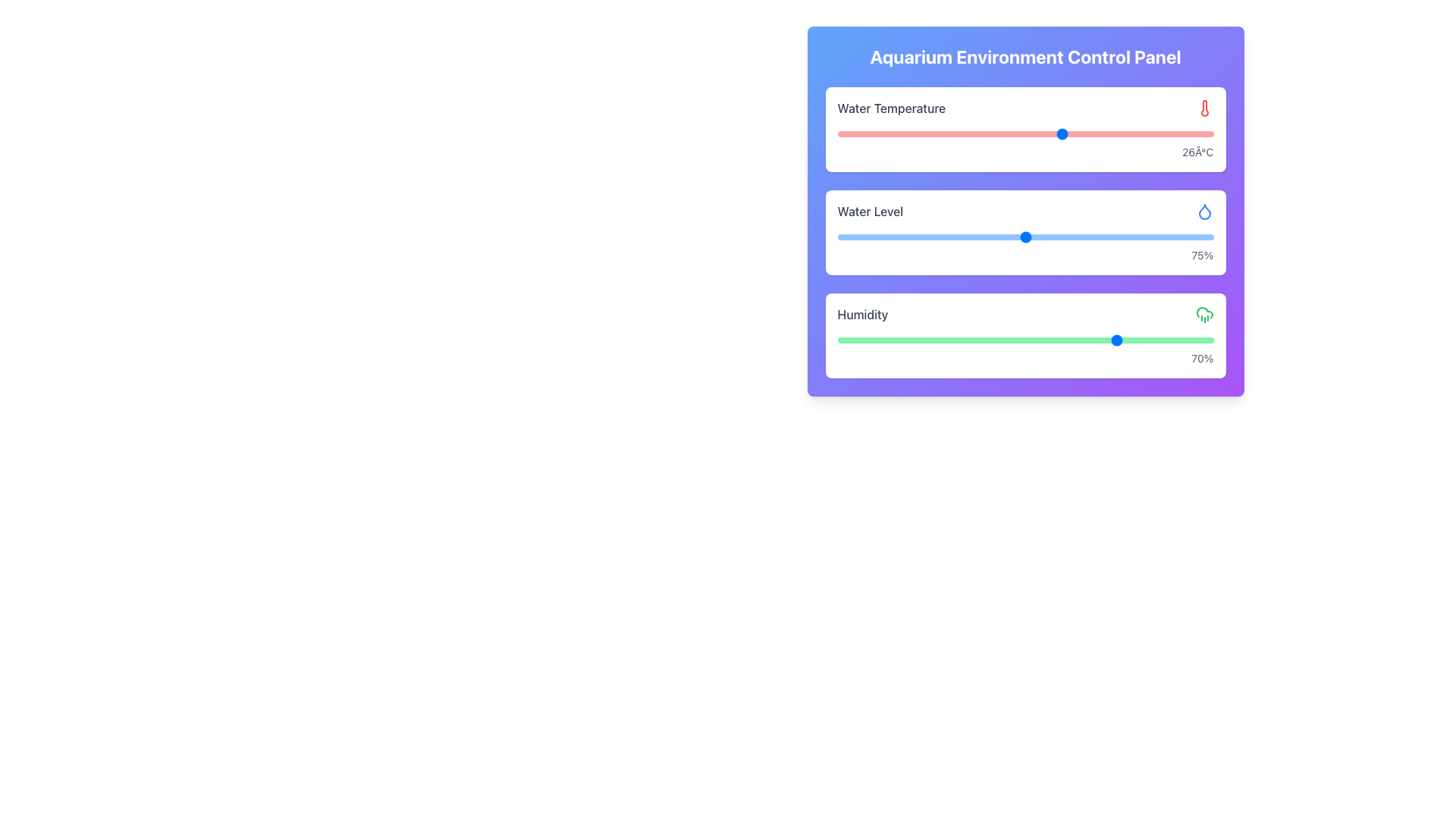 The height and width of the screenshot is (819, 1456). I want to click on the water level, so click(1010, 237).